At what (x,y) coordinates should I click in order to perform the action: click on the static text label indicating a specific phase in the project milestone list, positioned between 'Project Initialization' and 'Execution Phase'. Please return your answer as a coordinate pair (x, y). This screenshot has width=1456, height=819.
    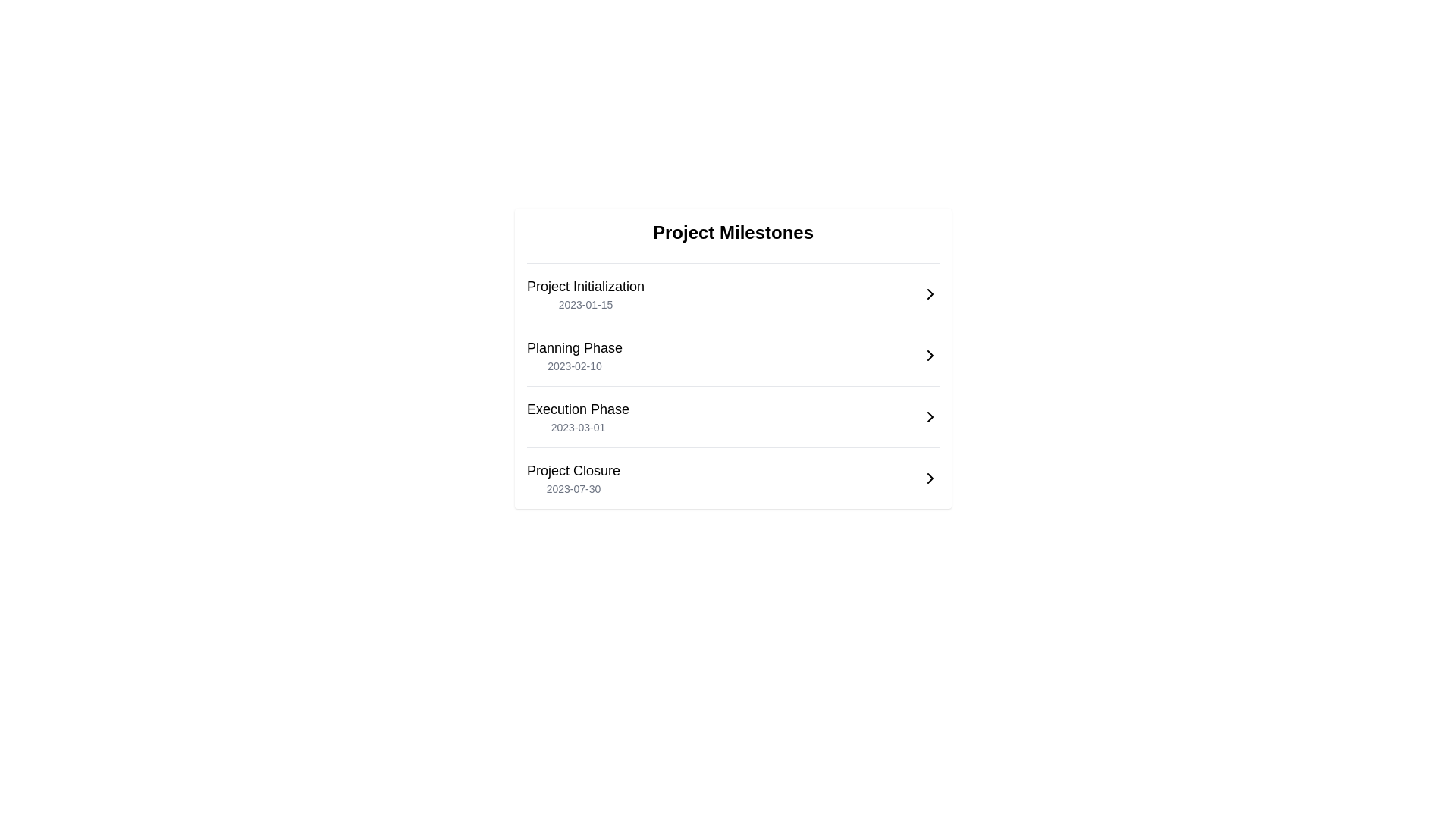
    Looking at the image, I should click on (574, 348).